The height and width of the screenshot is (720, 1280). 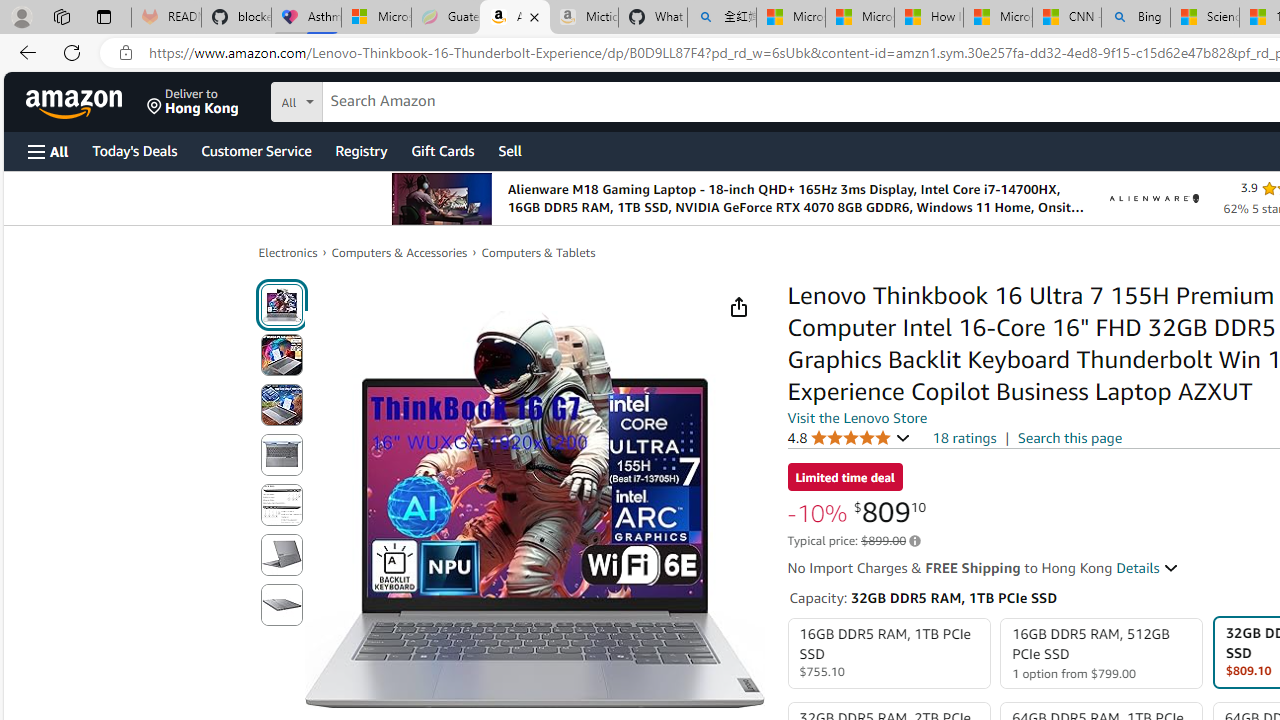 I want to click on 'CNN - MSN', so click(x=1065, y=17).